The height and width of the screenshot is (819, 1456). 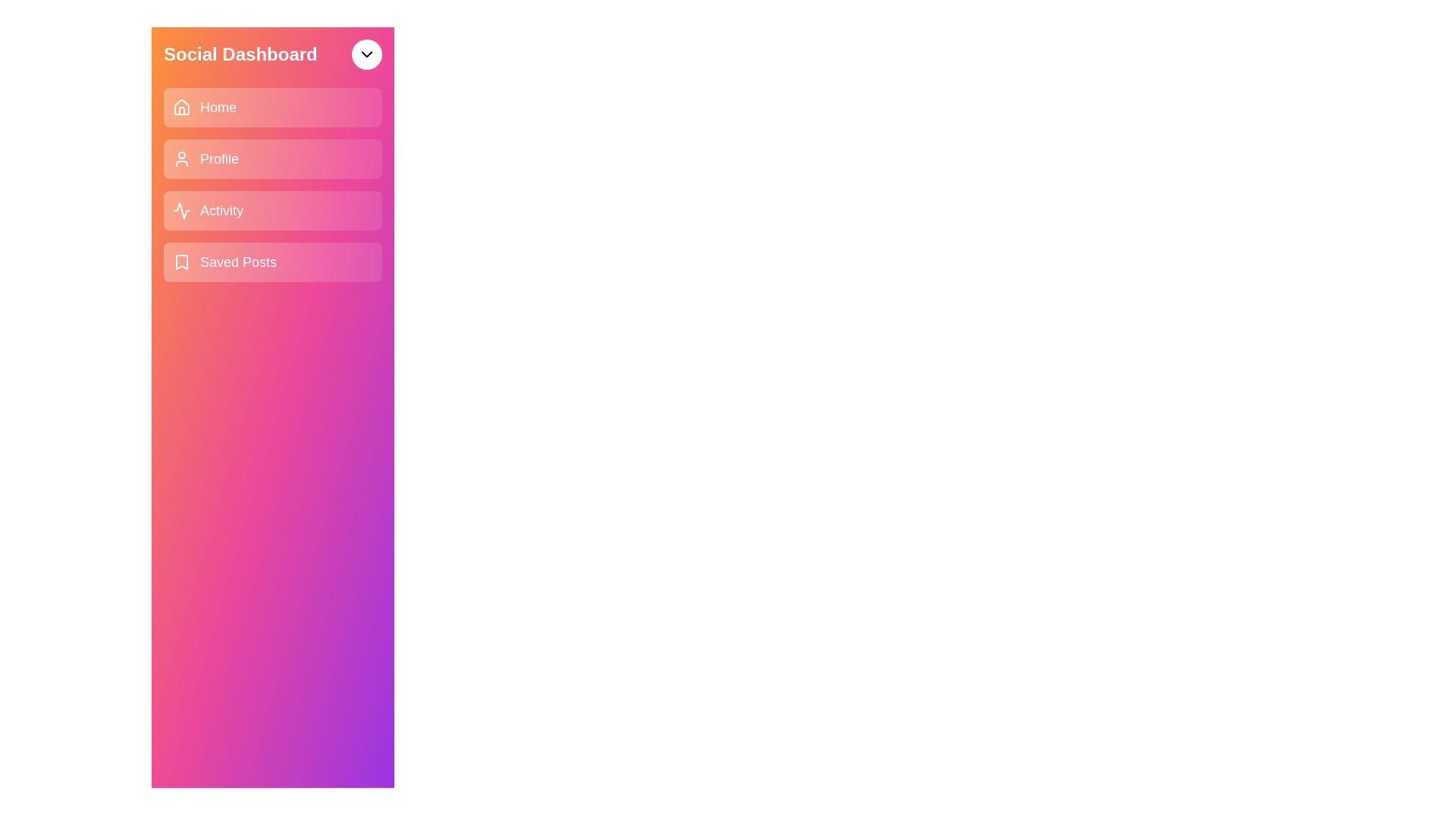 I want to click on the menu item Profile from the list, so click(x=273, y=158).